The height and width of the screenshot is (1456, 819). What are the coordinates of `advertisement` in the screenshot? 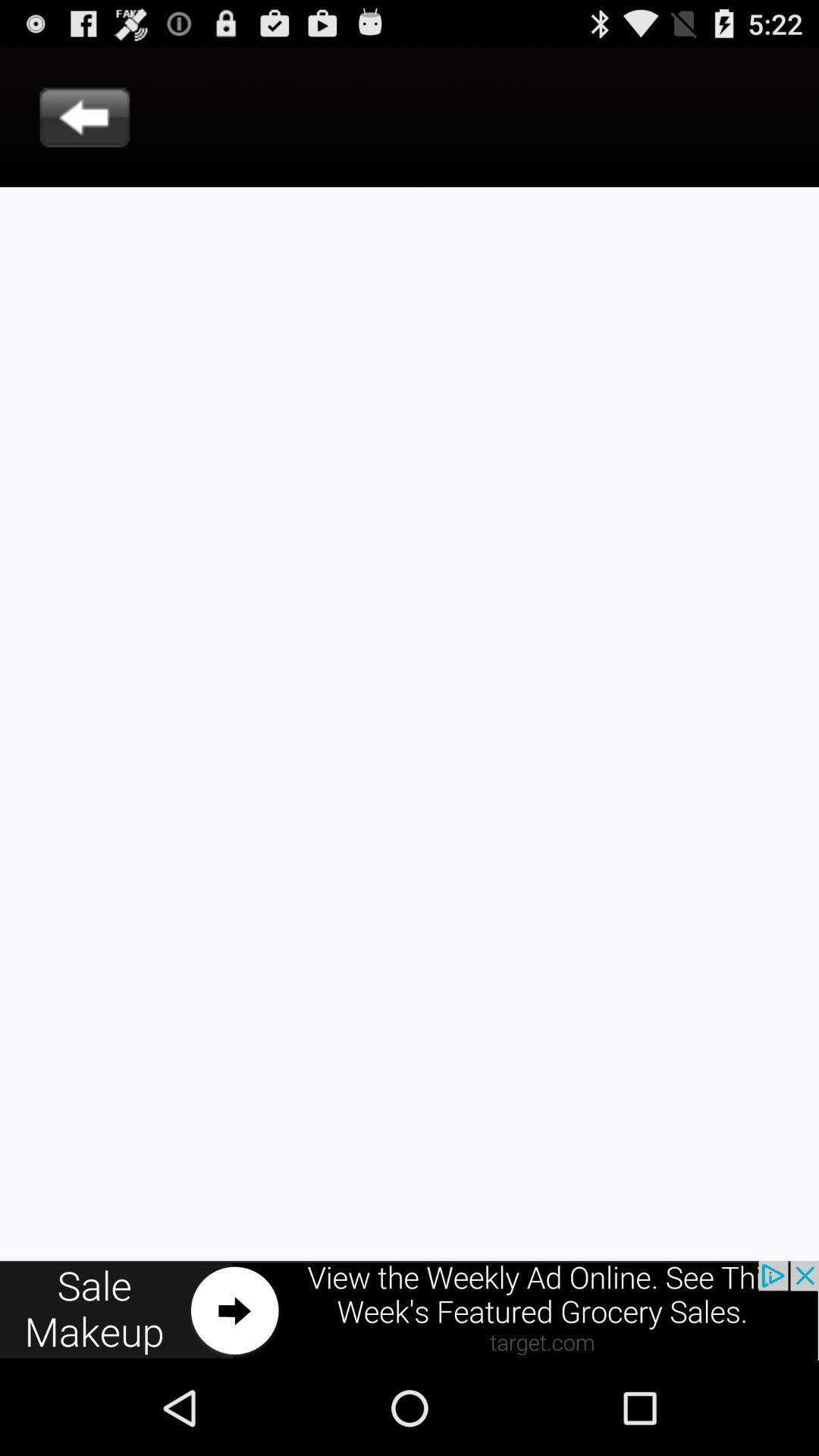 It's located at (409, 1310).